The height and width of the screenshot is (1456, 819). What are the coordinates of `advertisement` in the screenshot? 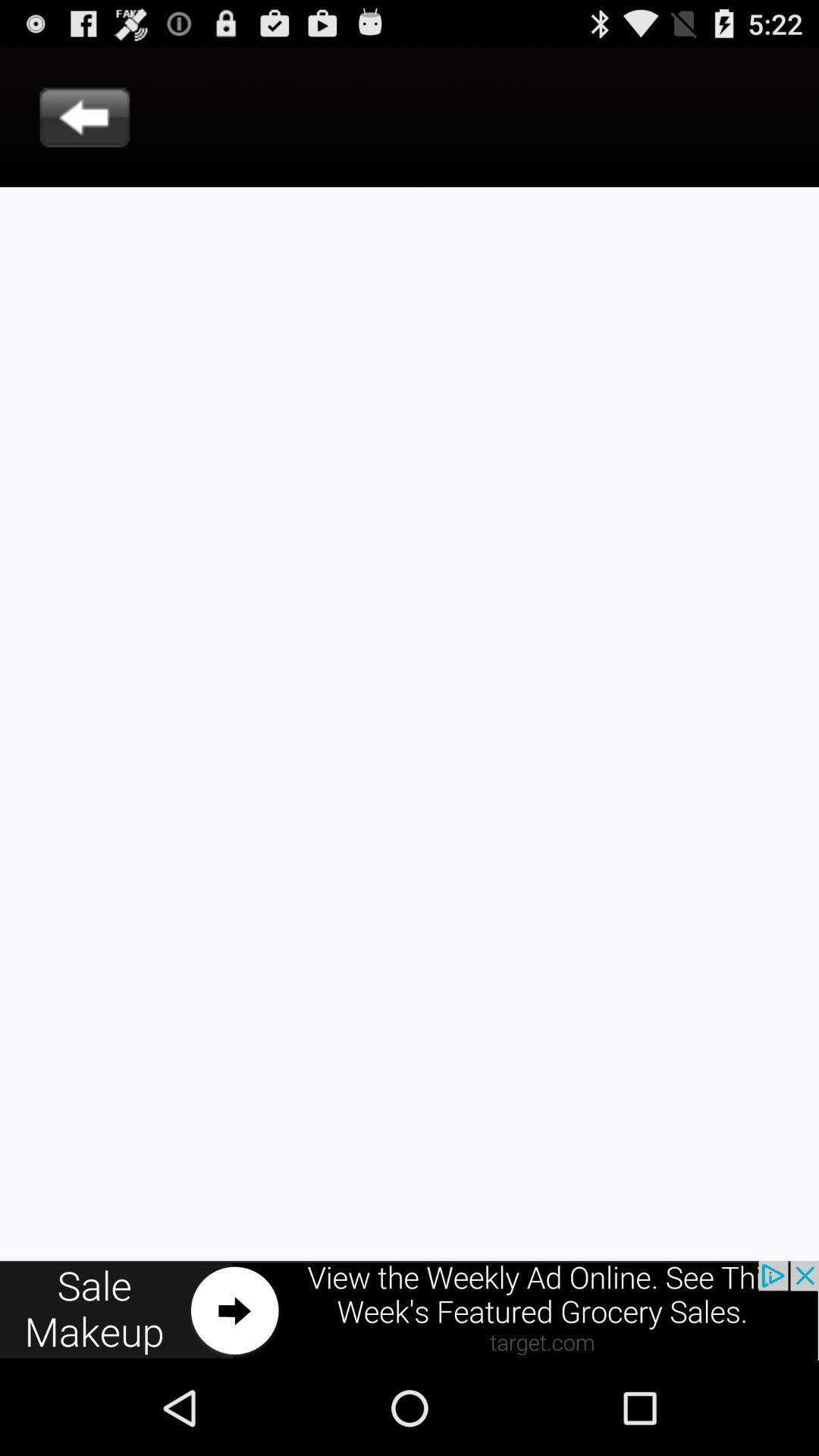 It's located at (409, 1310).